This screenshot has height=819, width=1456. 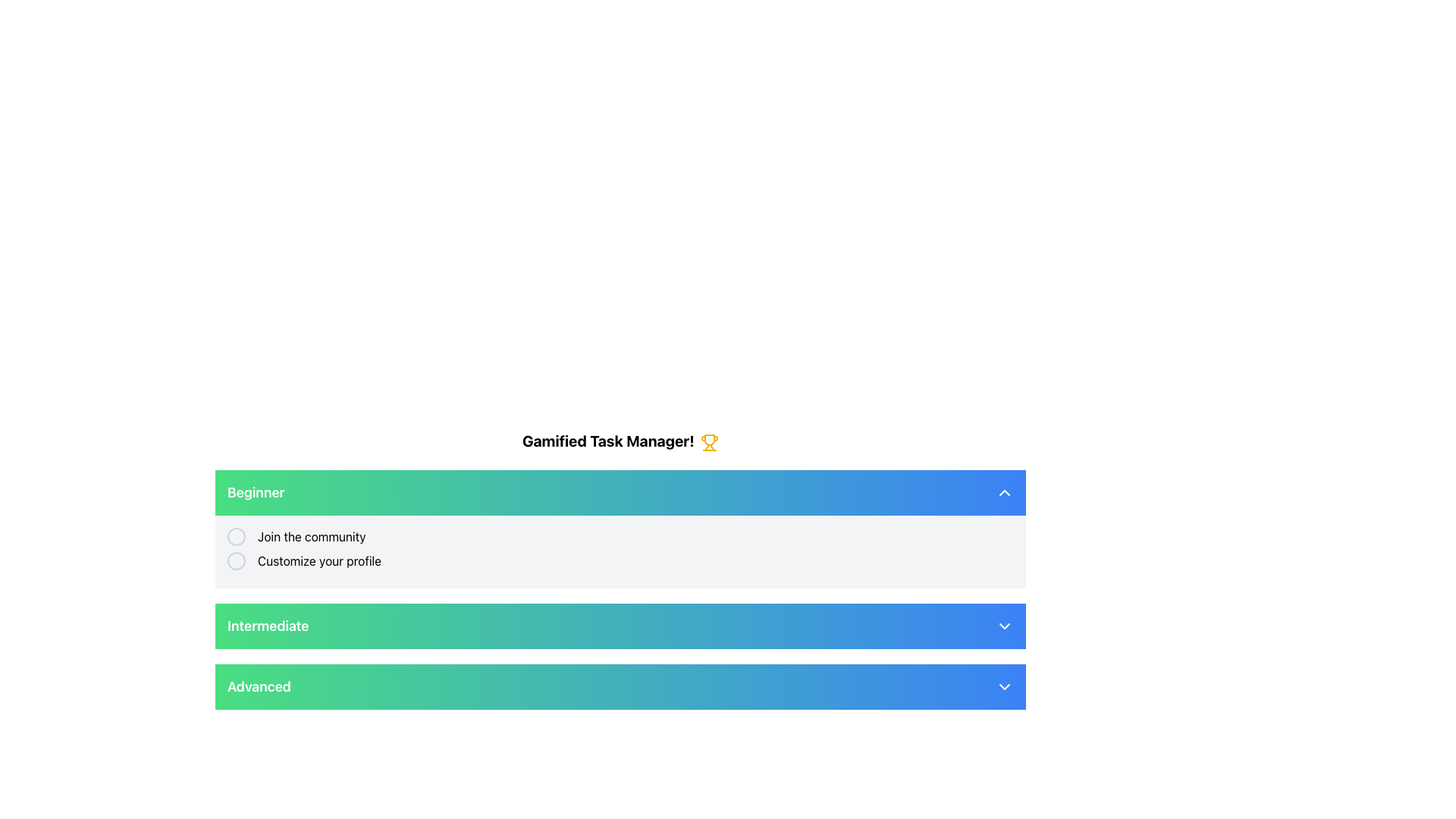 I want to click on the radio button that allows the user to join a community, positioned above the 'Customize your profile' element in the 'Gamified Task Manager!' interface, so click(x=620, y=536).